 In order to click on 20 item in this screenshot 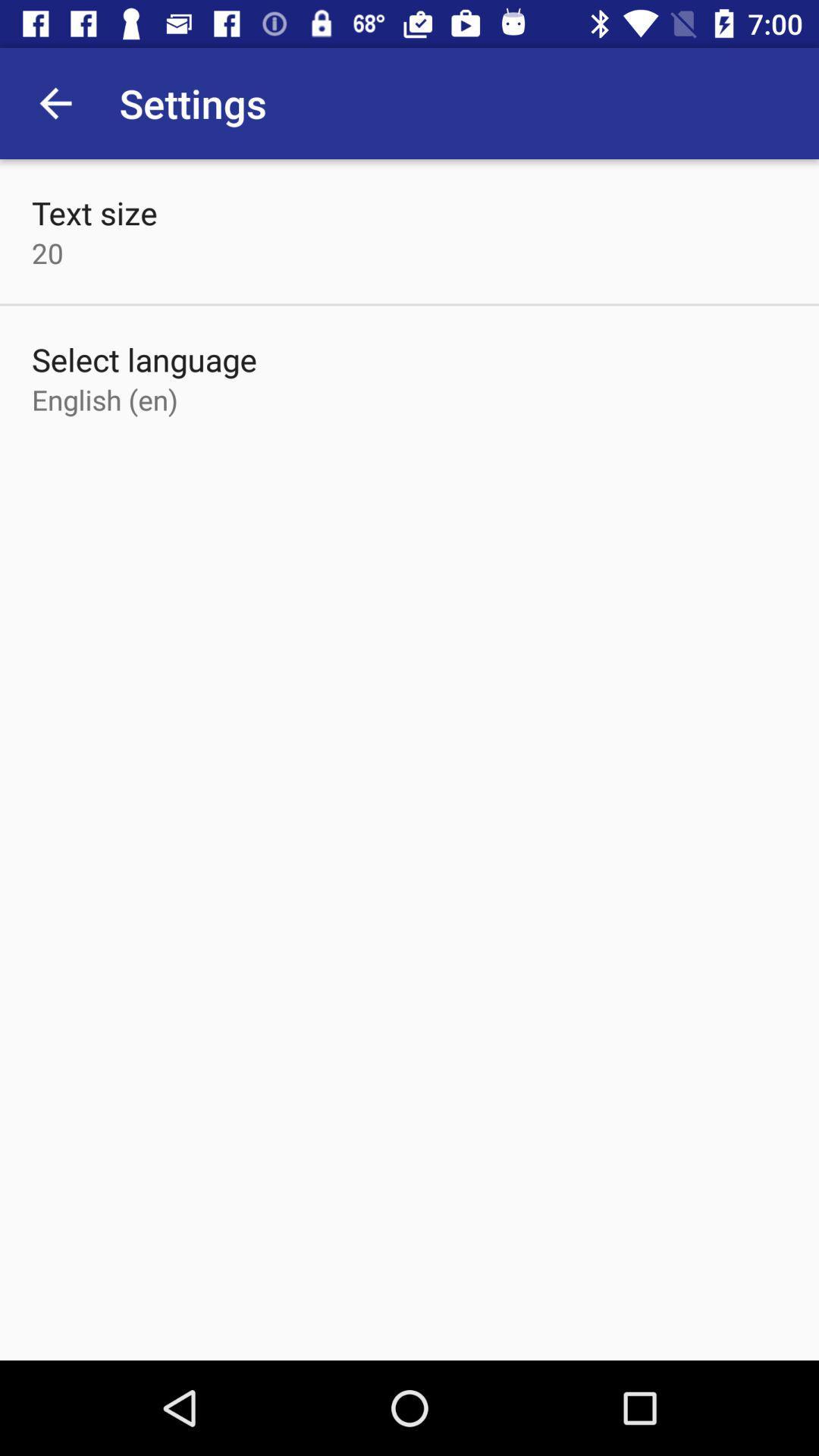, I will do `click(46, 253)`.